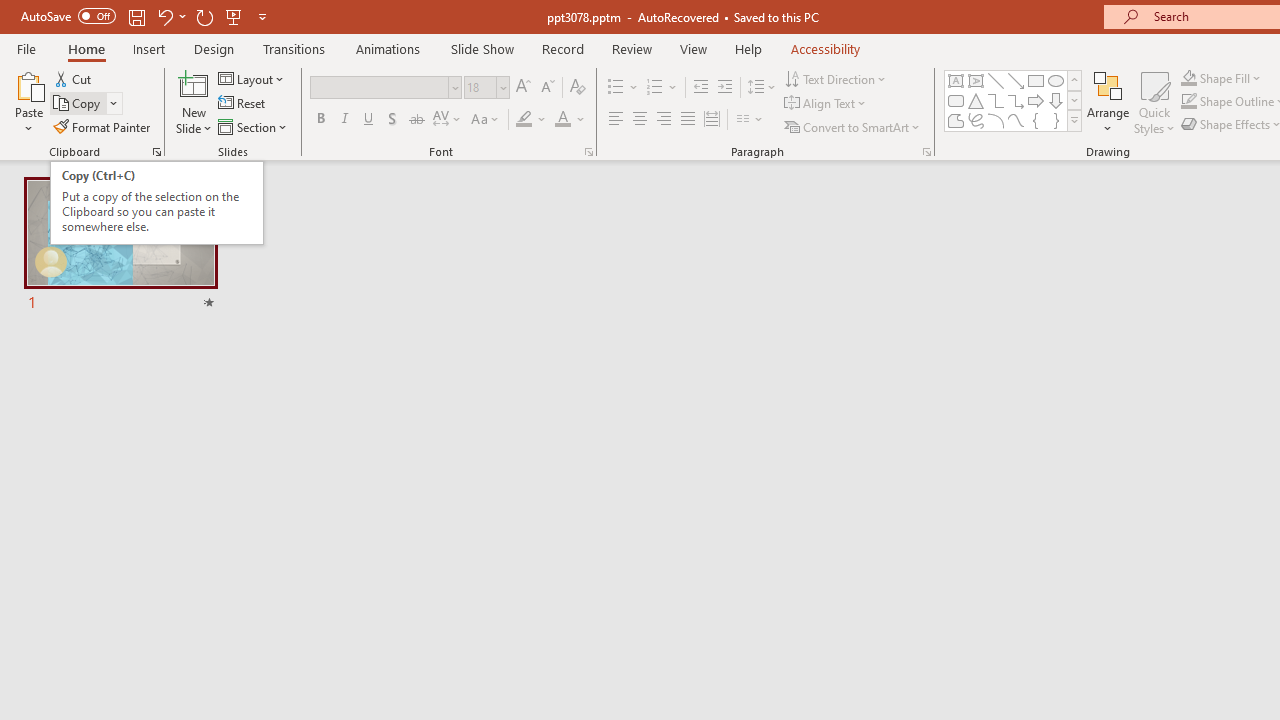  Describe the element at coordinates (415, 119) in the screenshot. I see `'Strikethrough'` at that location.